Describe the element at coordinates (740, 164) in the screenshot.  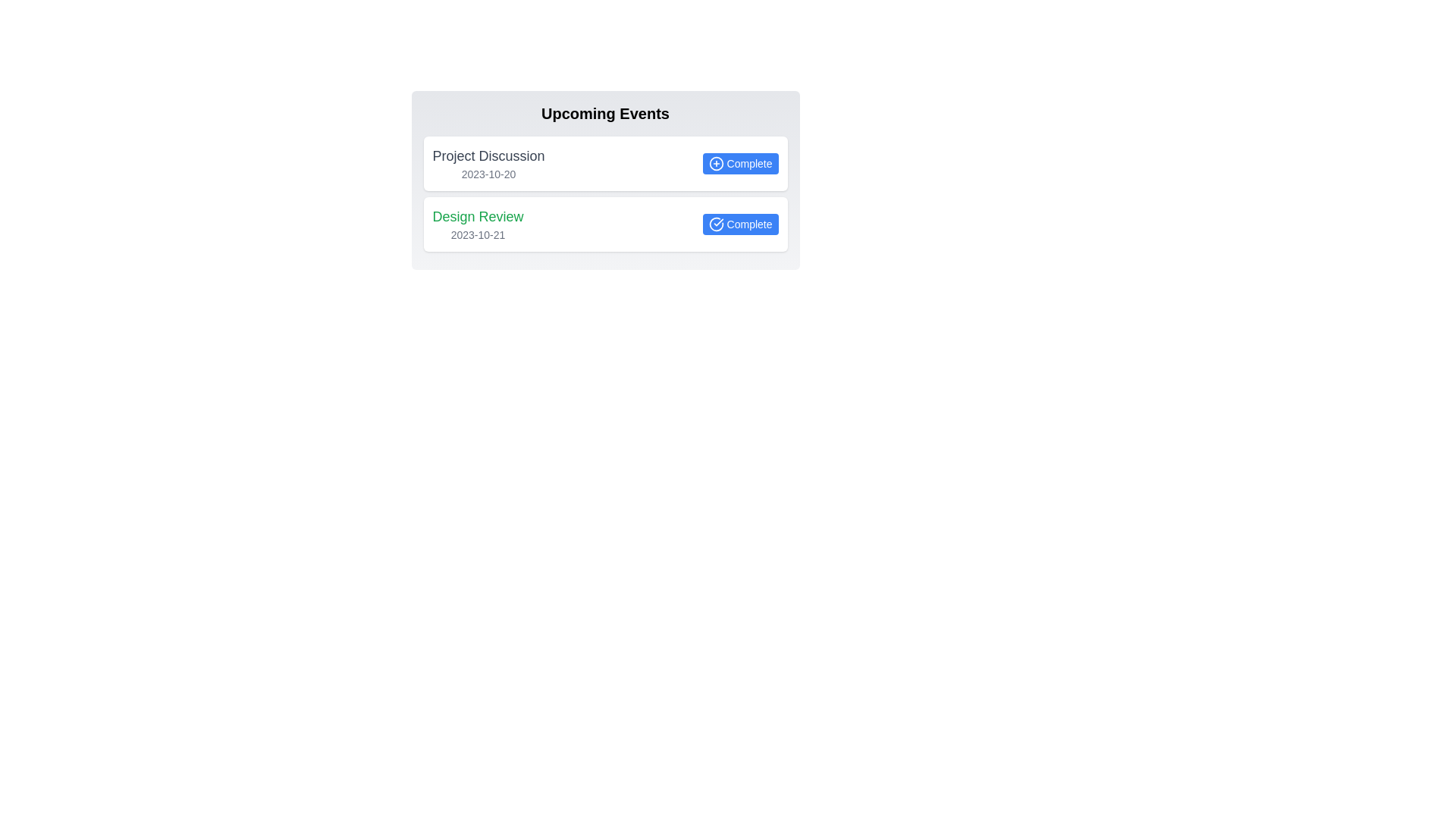
I see `'Complete' button for the task titled 'Project Discussion'` at that location.